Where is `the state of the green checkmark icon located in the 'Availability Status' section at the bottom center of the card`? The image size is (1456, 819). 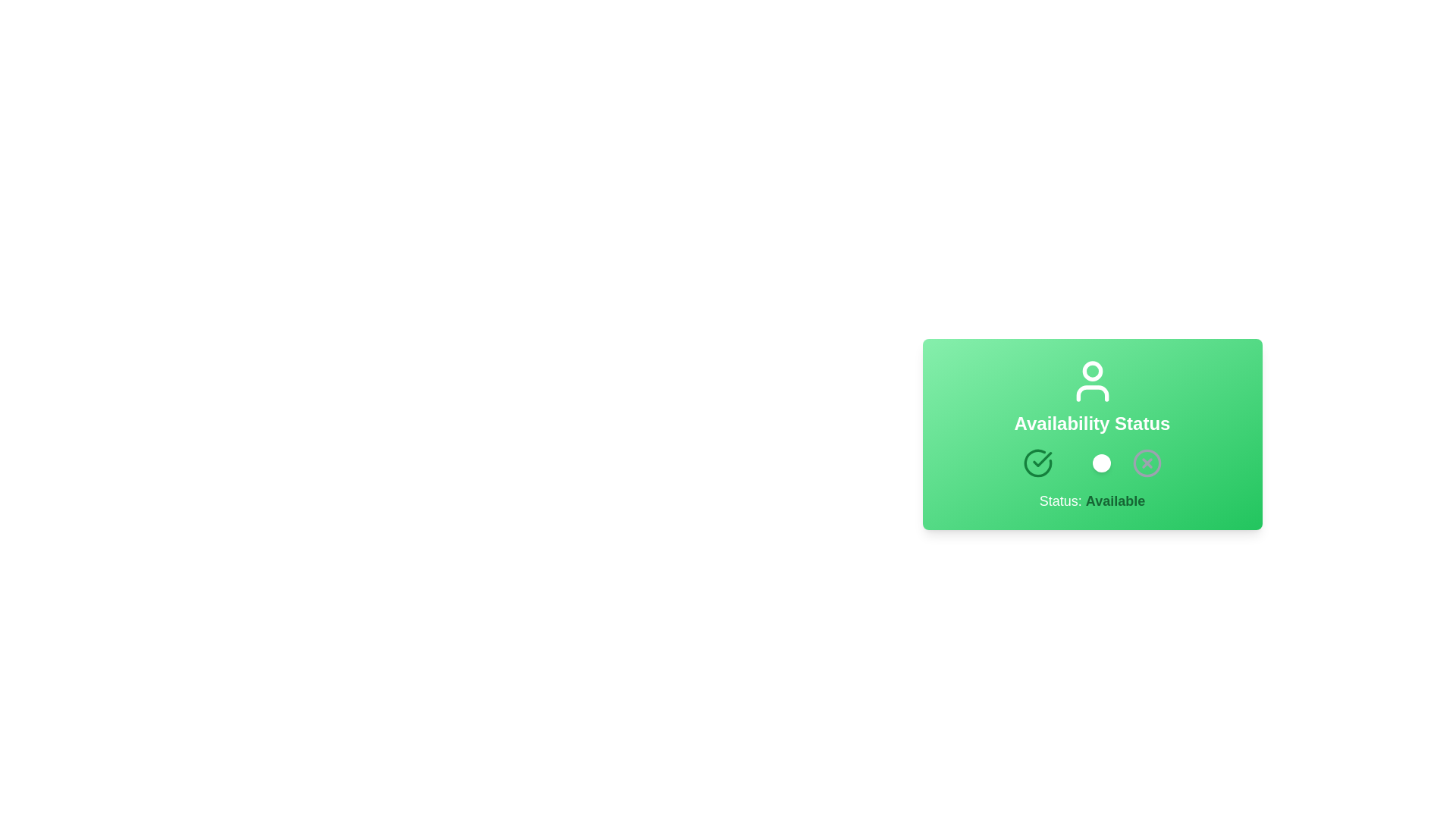 the state of the green checkmark icon located in the 'Availability Status' section at the bottom center of the card is located at coordinates (1041, 458).